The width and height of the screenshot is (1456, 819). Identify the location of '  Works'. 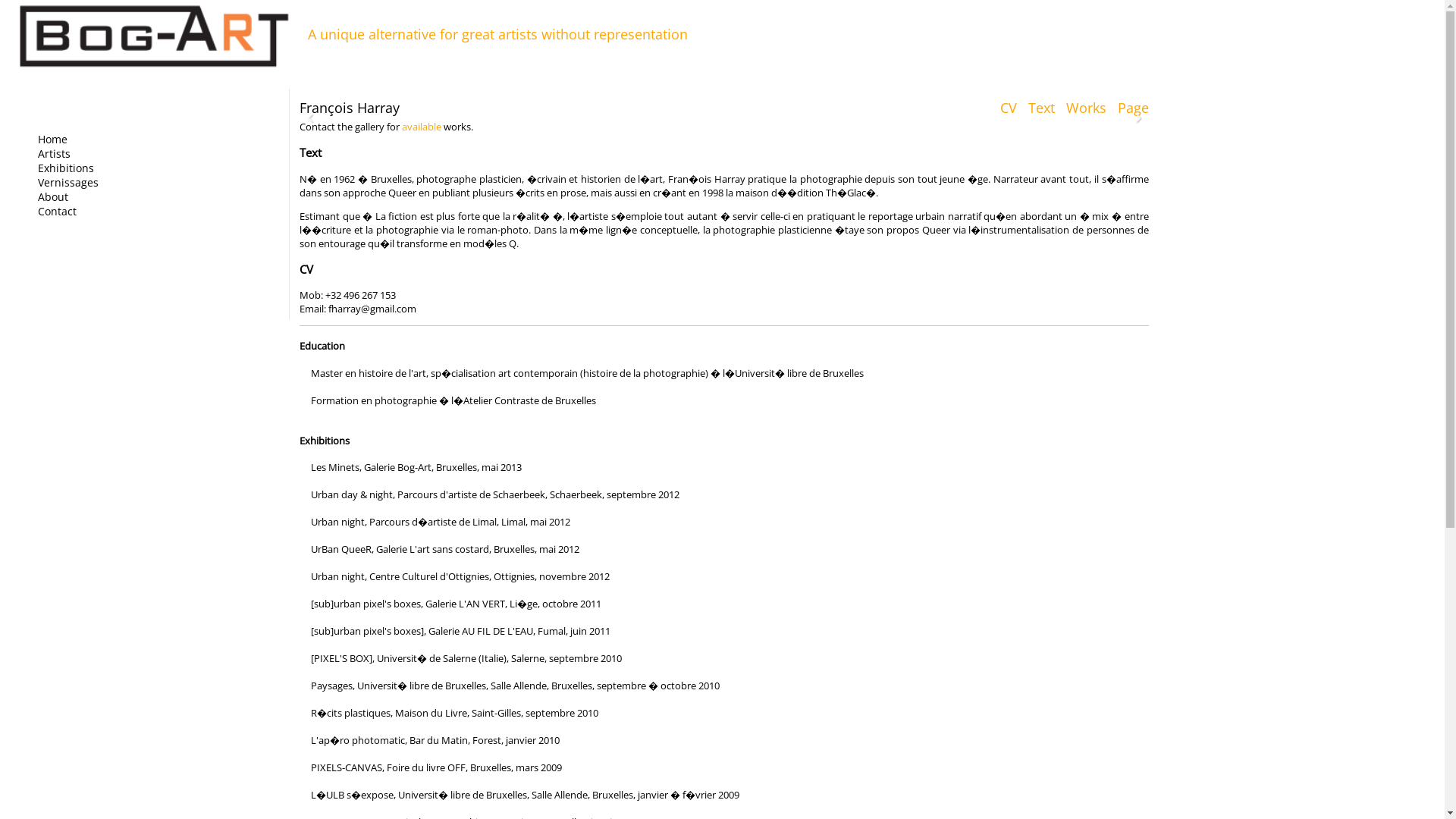
(1058, 107).